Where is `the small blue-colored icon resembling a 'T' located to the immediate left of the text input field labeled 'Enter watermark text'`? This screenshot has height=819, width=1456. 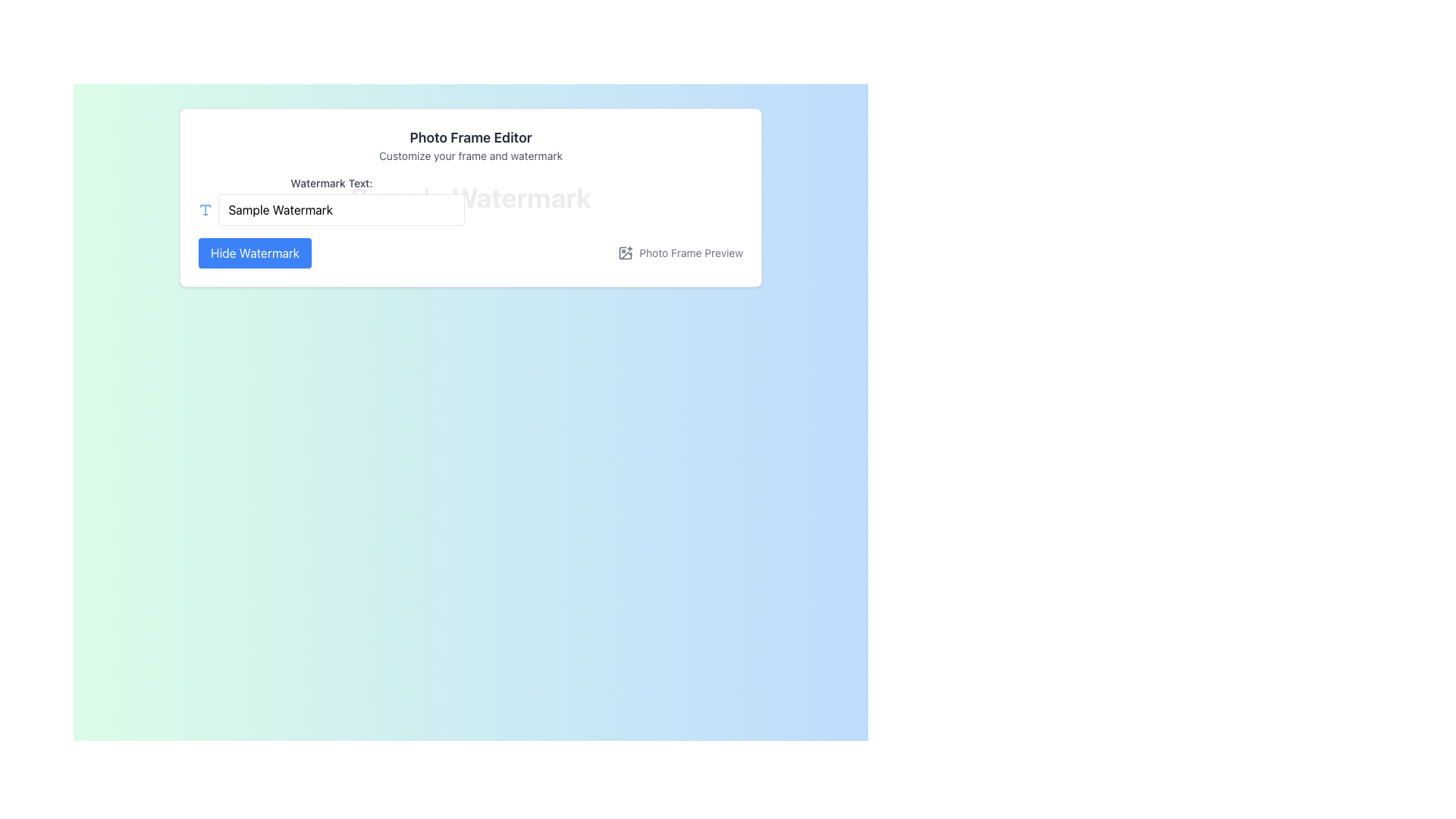 the small blue-colored icon resembling a 'T' located to the immediate left of the text input field labeled 'Enter watermark text' is located at coordinates (205, 210).